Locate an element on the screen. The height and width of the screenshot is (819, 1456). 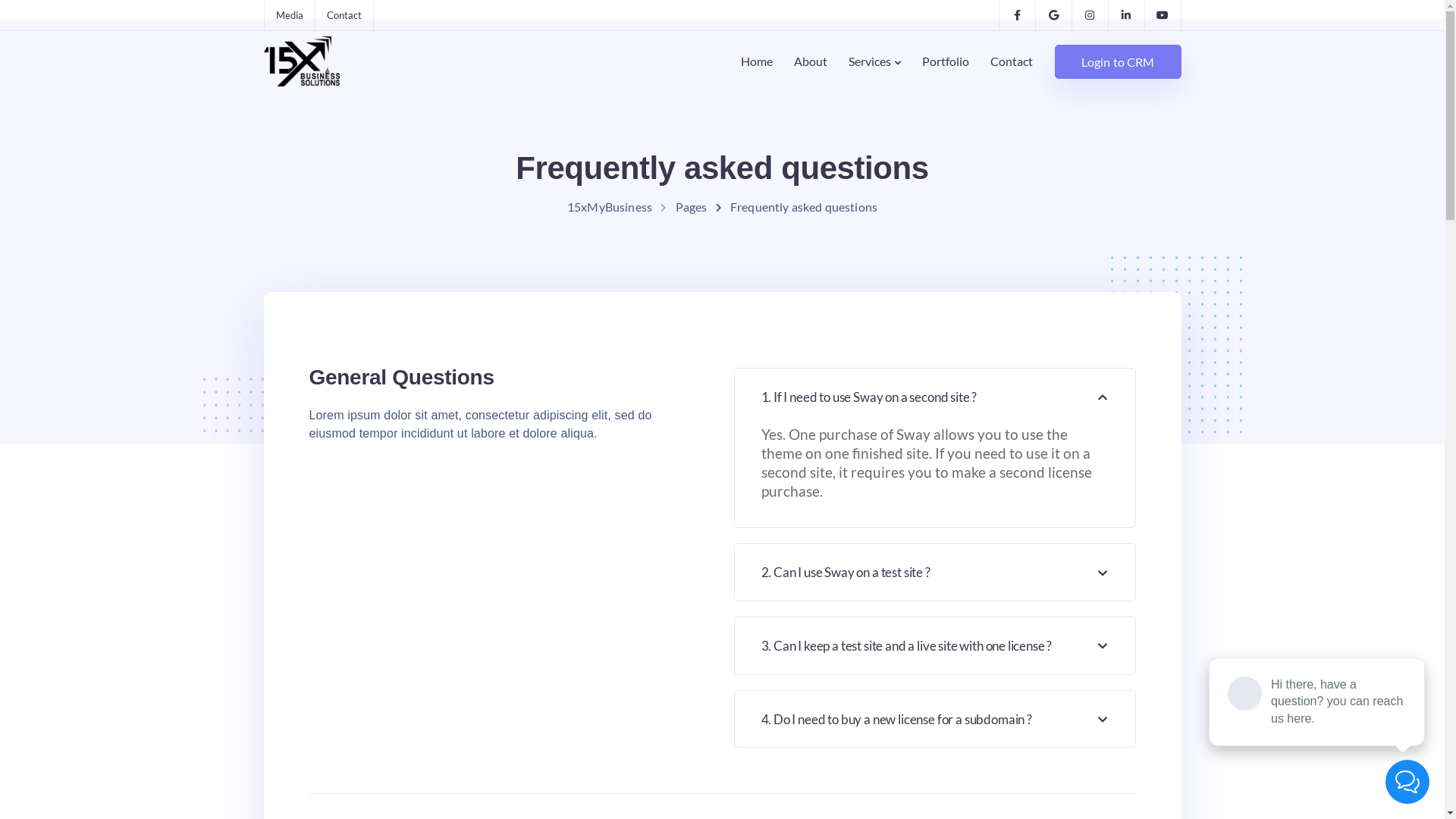
'Media' is located at coordinates (457, 492).